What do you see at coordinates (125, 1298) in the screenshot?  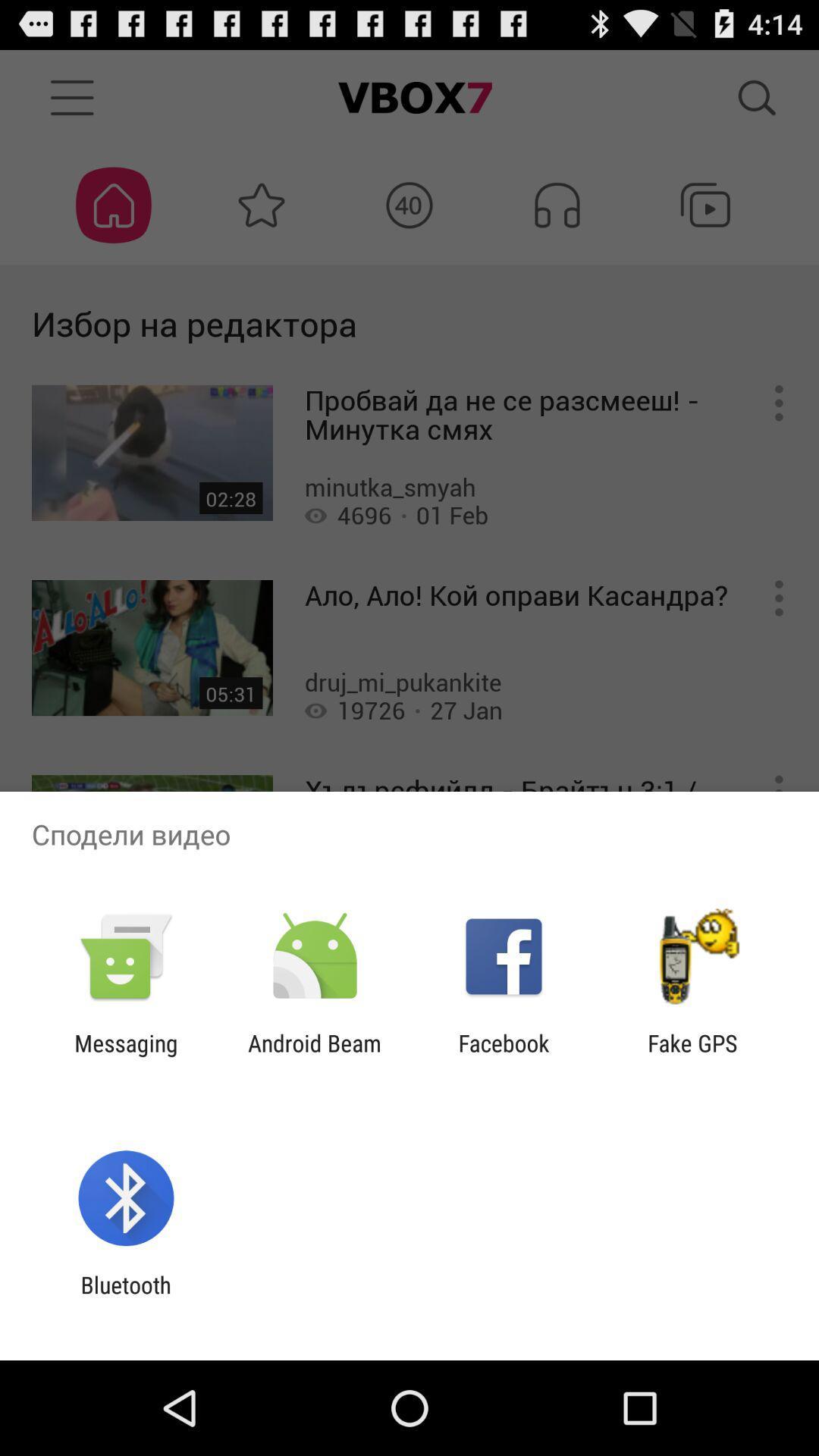 I see `the bluetooth` at bounding box center [125, 1298].